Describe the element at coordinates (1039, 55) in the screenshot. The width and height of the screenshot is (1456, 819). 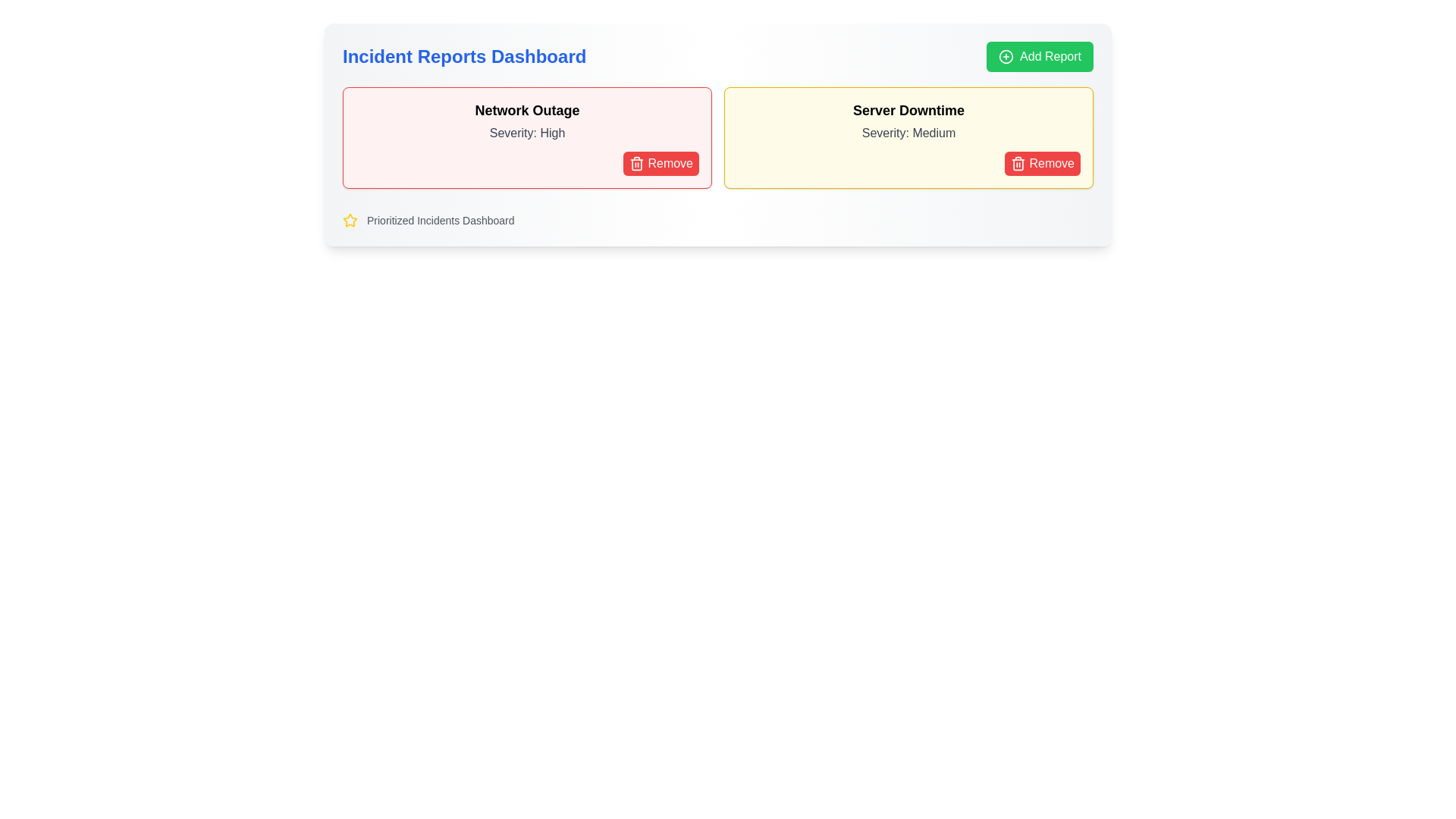
I see `the 'Add New Report' button located in the top-right corner of the 'Incident Reports Dashboard'` at that location.